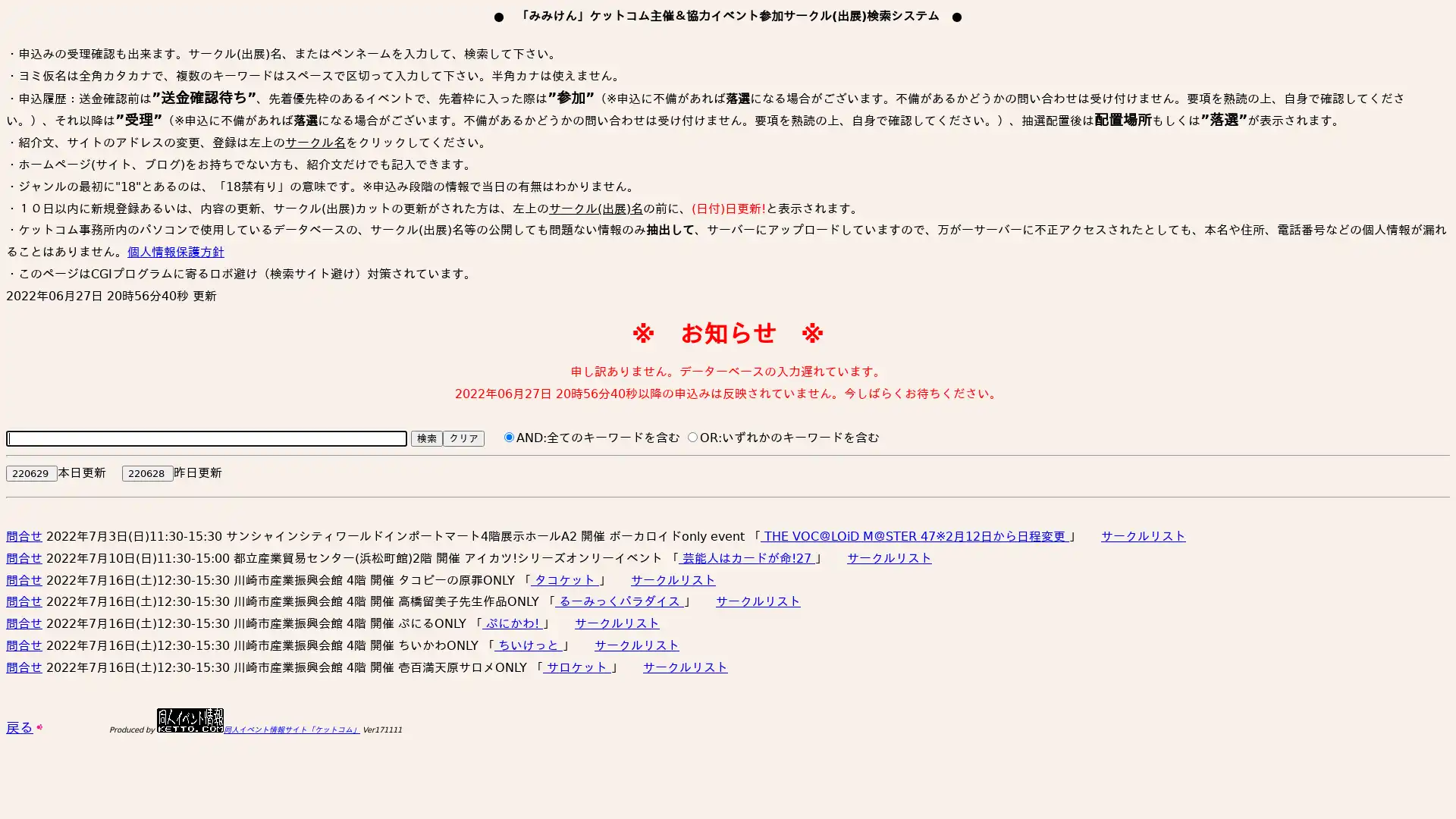 The height and width of the screenshot is (819, 1456). I want to click on 220629, so click(32, 472).